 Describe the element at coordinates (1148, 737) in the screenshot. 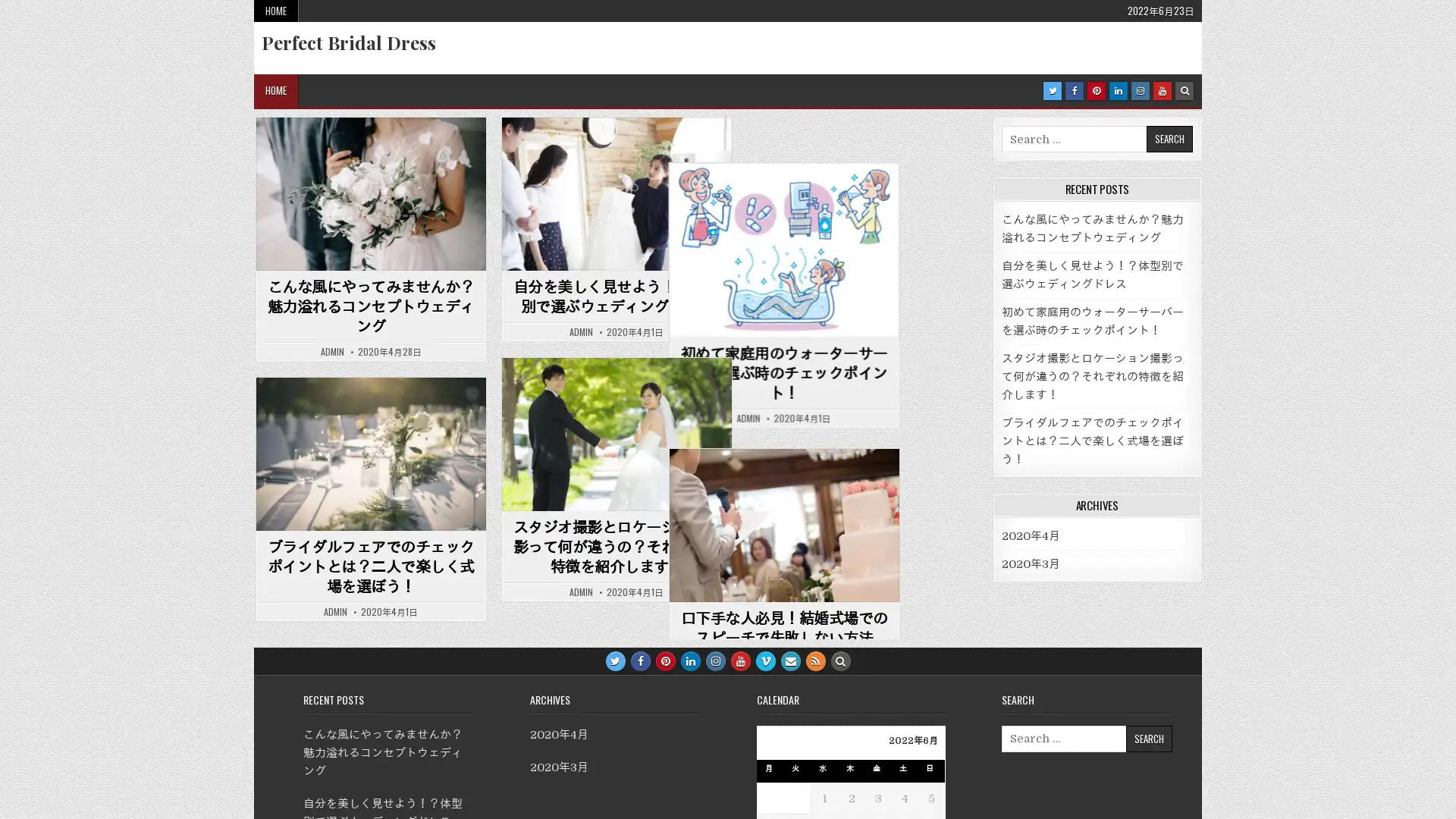

I see `Search` at that location.